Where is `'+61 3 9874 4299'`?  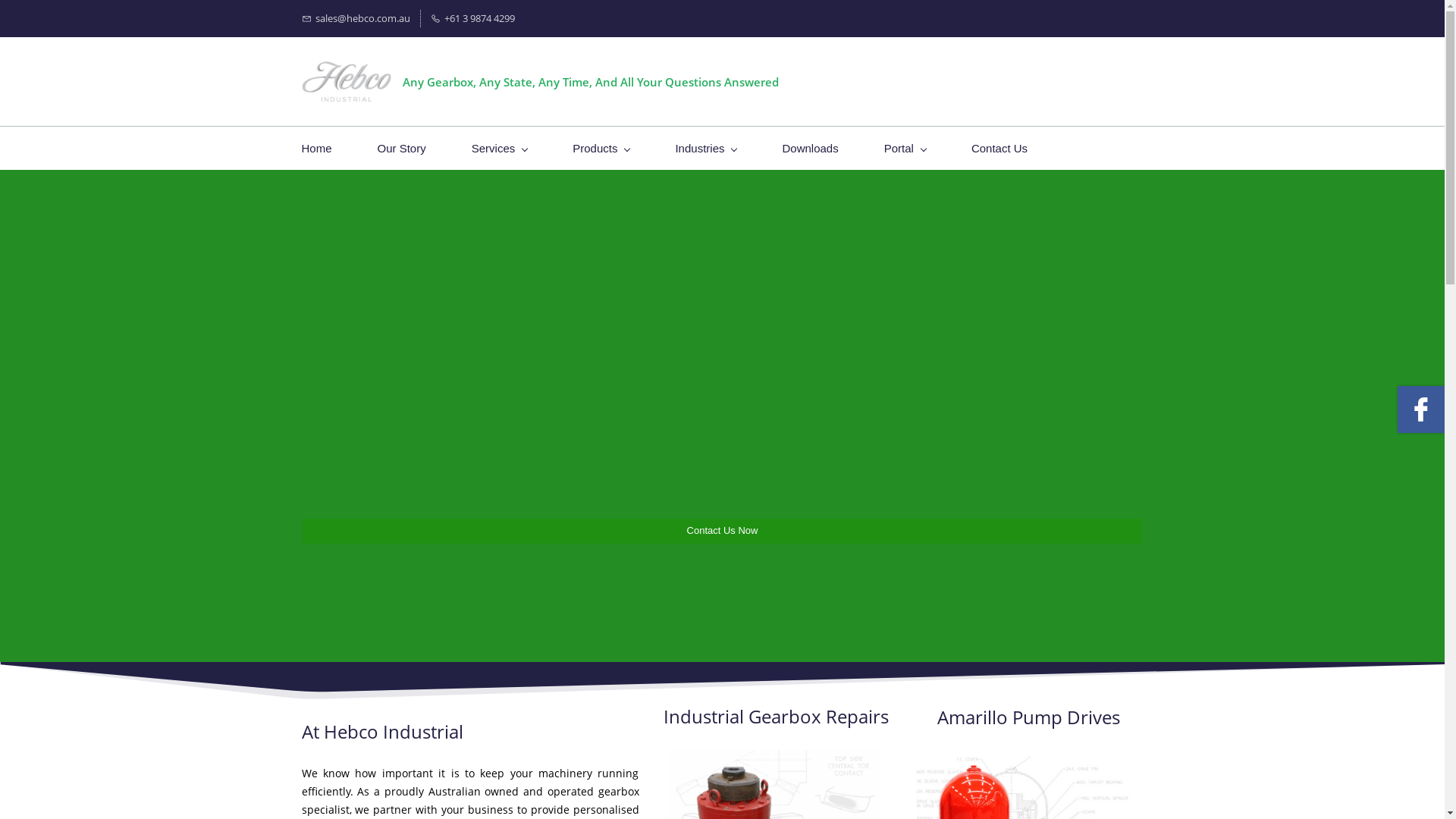 '+61 3 9874 4299' is located at coordinates (429, 18).